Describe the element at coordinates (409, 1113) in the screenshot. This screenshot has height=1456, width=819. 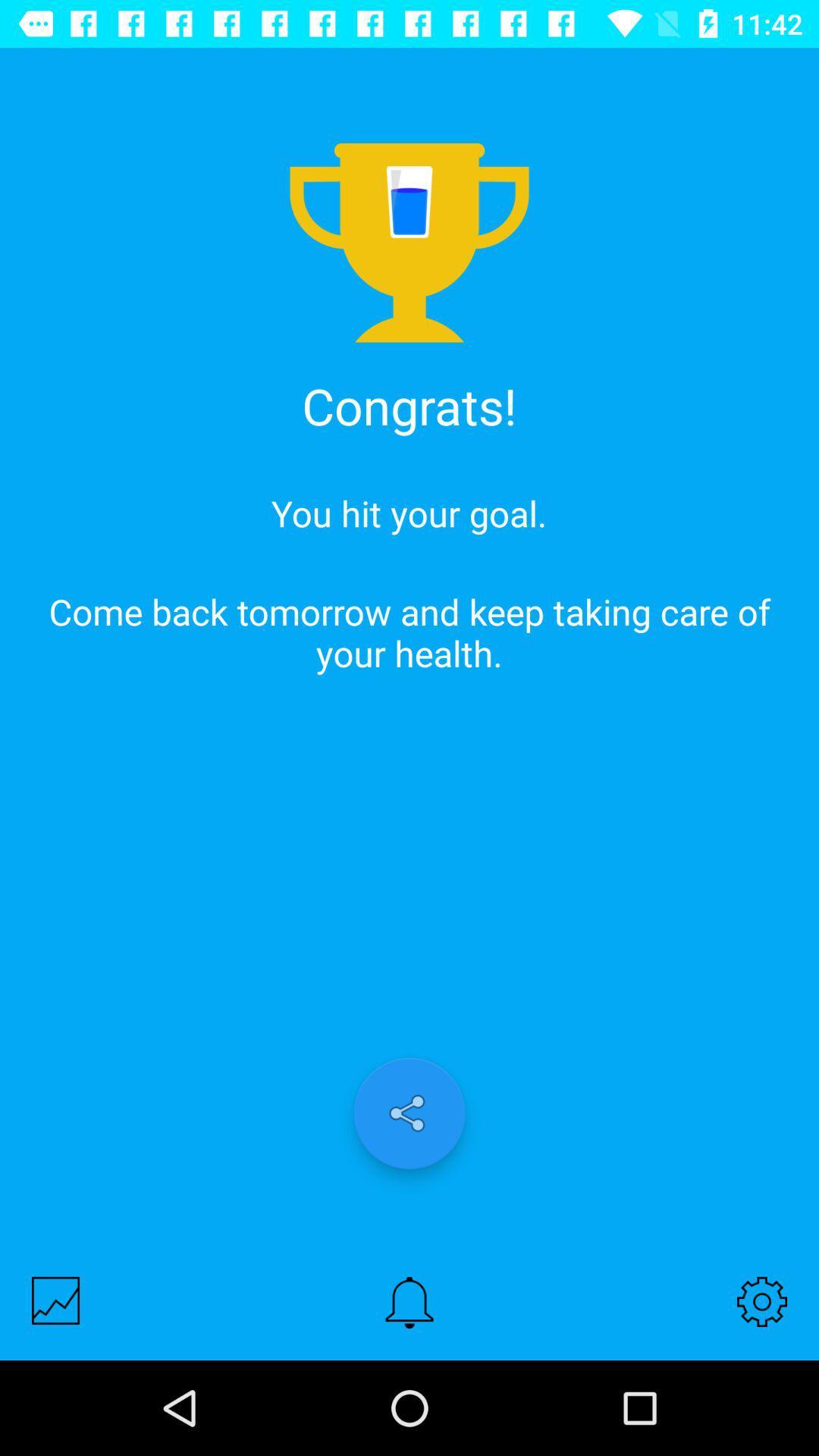
I see `the share icon` at that location.